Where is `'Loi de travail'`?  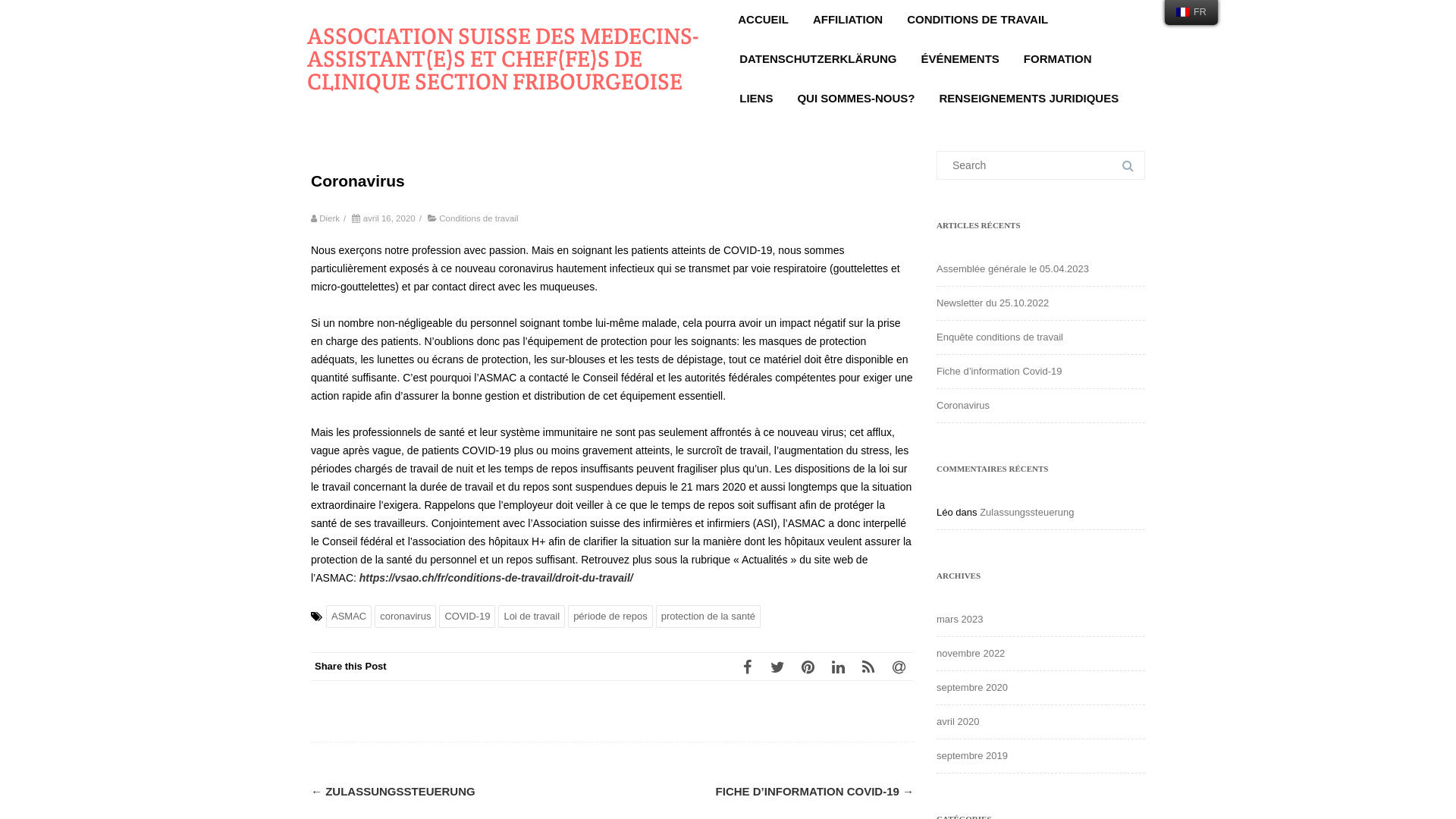 'Loi de travail' is located at coordinates (531, 617).